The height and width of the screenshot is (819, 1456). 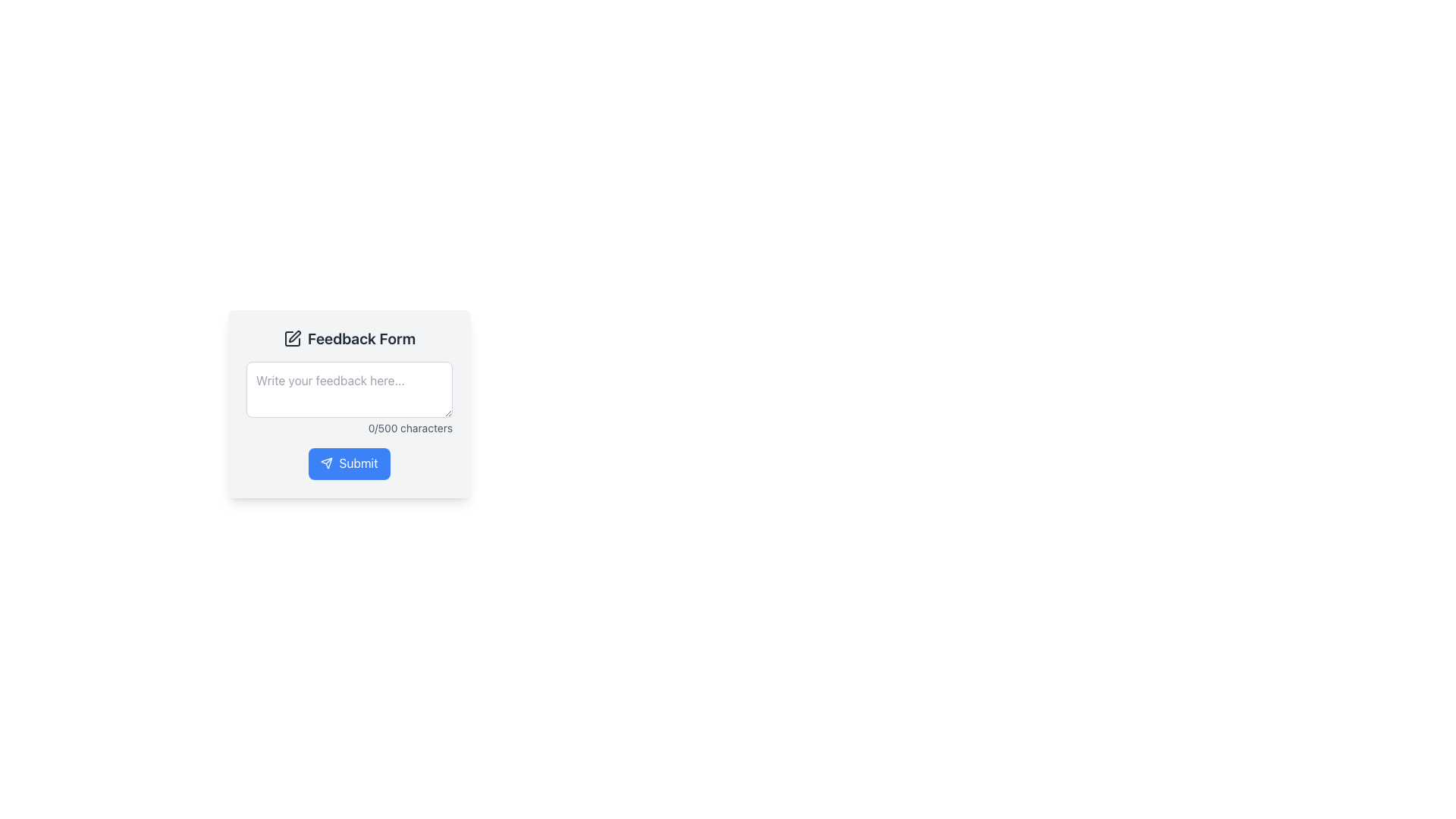 What do you see at coordinates (348, 462) in the screenshot?
I see `the 'Submit' button located at the bottom center of the form card interface` at bounding box center [348, 462].